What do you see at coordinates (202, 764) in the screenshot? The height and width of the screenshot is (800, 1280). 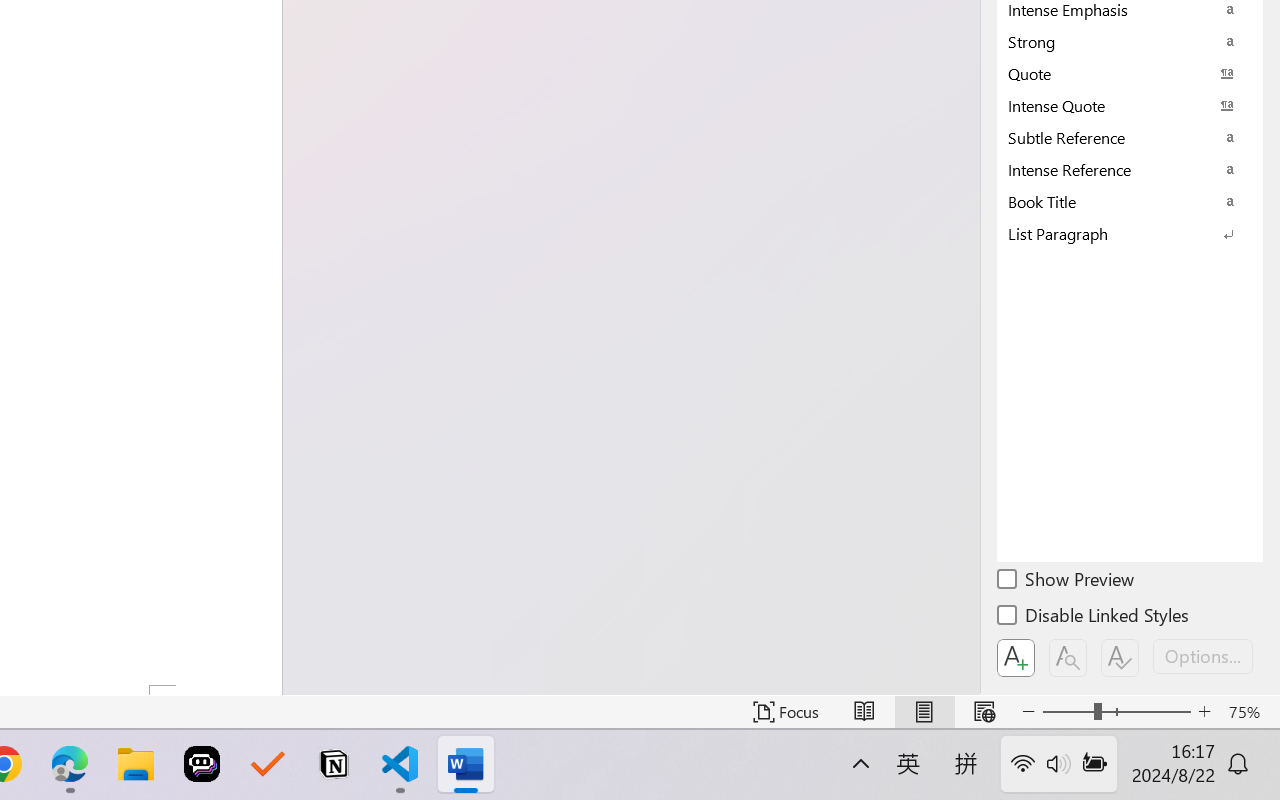 I see `'Poe'` at bounding box center [202, 764].